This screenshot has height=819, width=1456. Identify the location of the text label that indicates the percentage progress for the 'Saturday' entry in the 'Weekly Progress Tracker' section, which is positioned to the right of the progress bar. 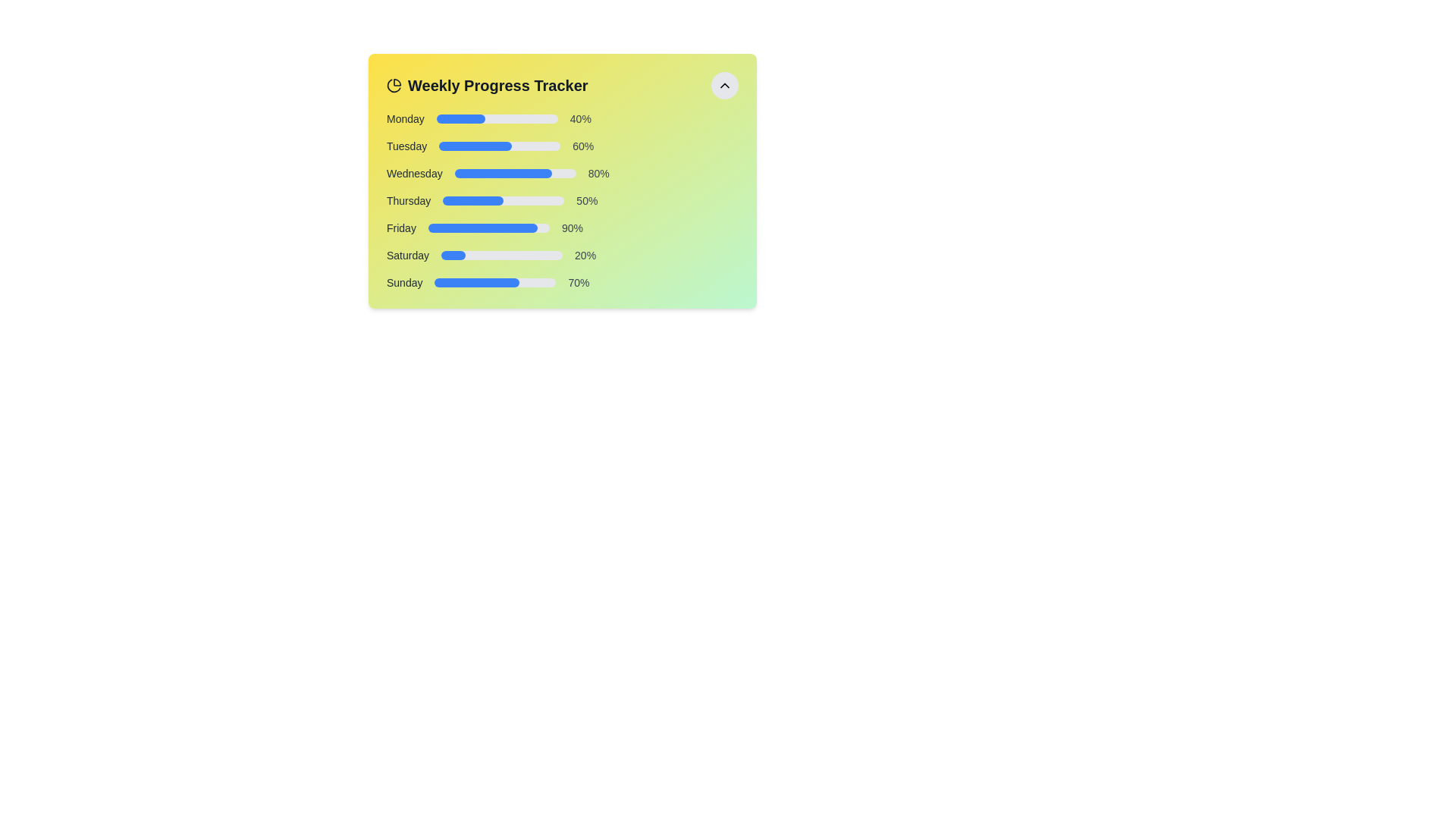
(585, 254).